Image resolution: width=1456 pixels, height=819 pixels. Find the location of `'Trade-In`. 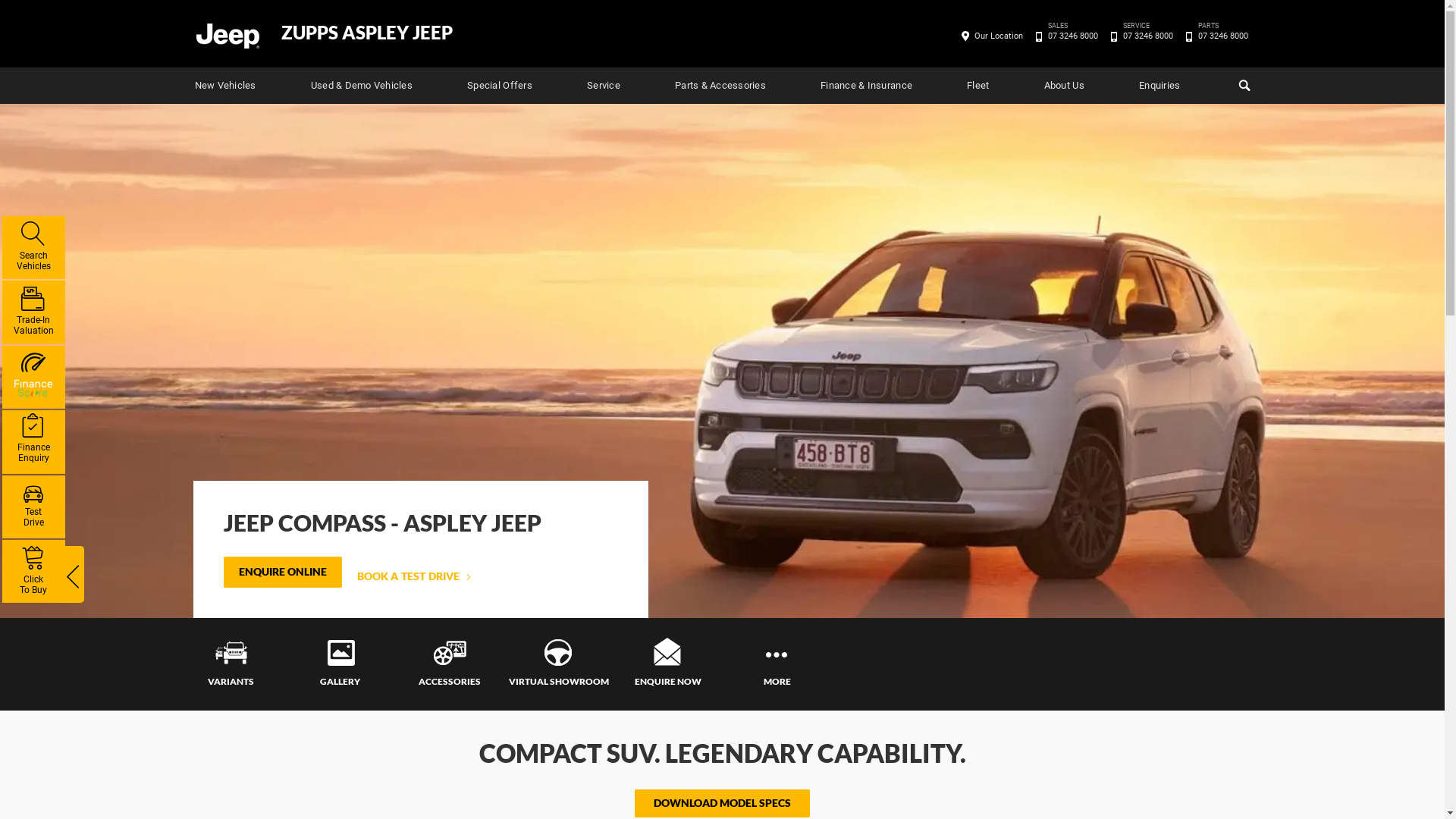

'Trade-In is located at coordinates (33, 311).